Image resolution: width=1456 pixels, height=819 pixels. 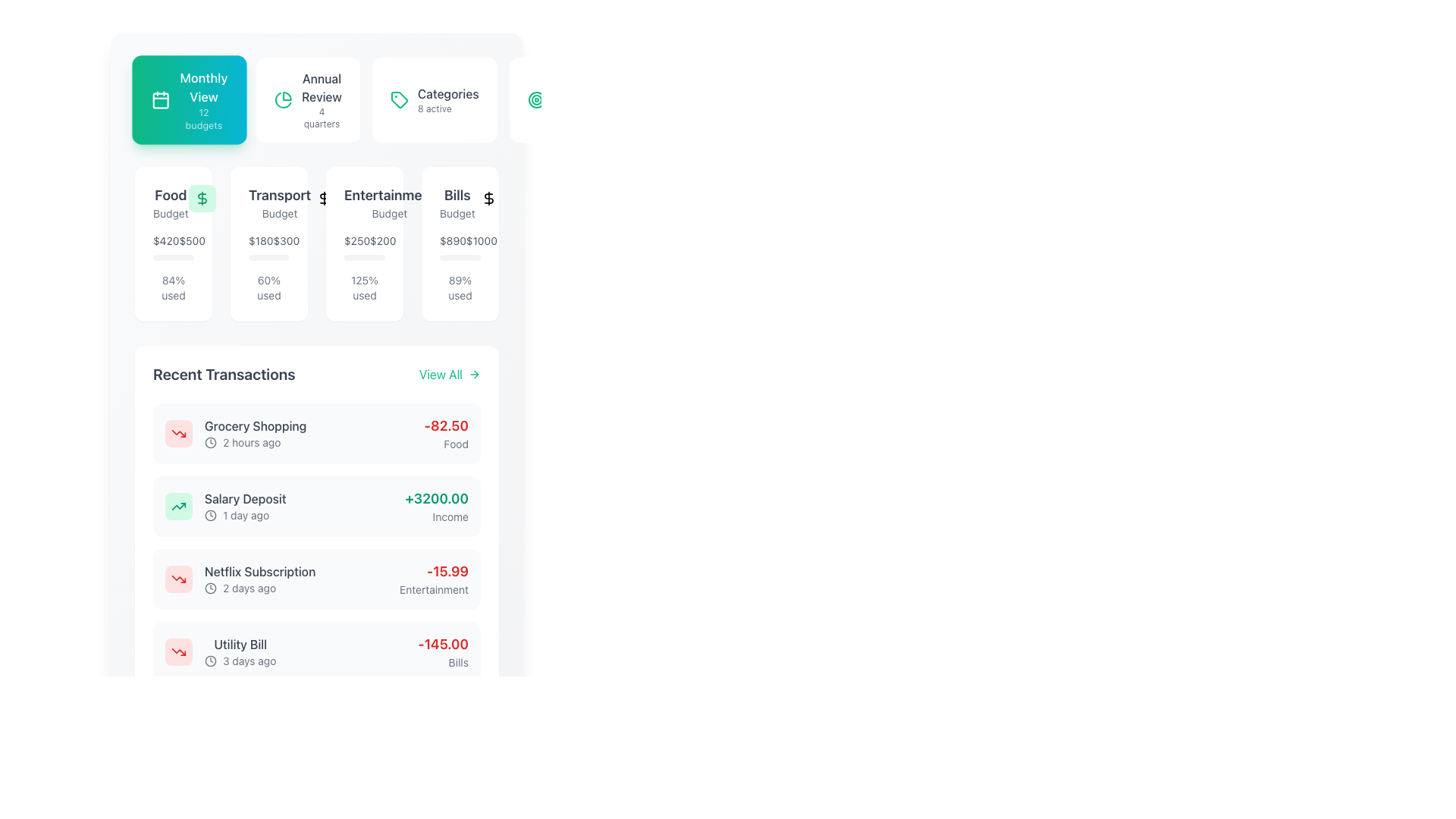 I want to click on budget value displayed by the text label showing '$1000' in the 'Bills' budget card, which is positioned to the right of '$890', so click(x=481, y=240).